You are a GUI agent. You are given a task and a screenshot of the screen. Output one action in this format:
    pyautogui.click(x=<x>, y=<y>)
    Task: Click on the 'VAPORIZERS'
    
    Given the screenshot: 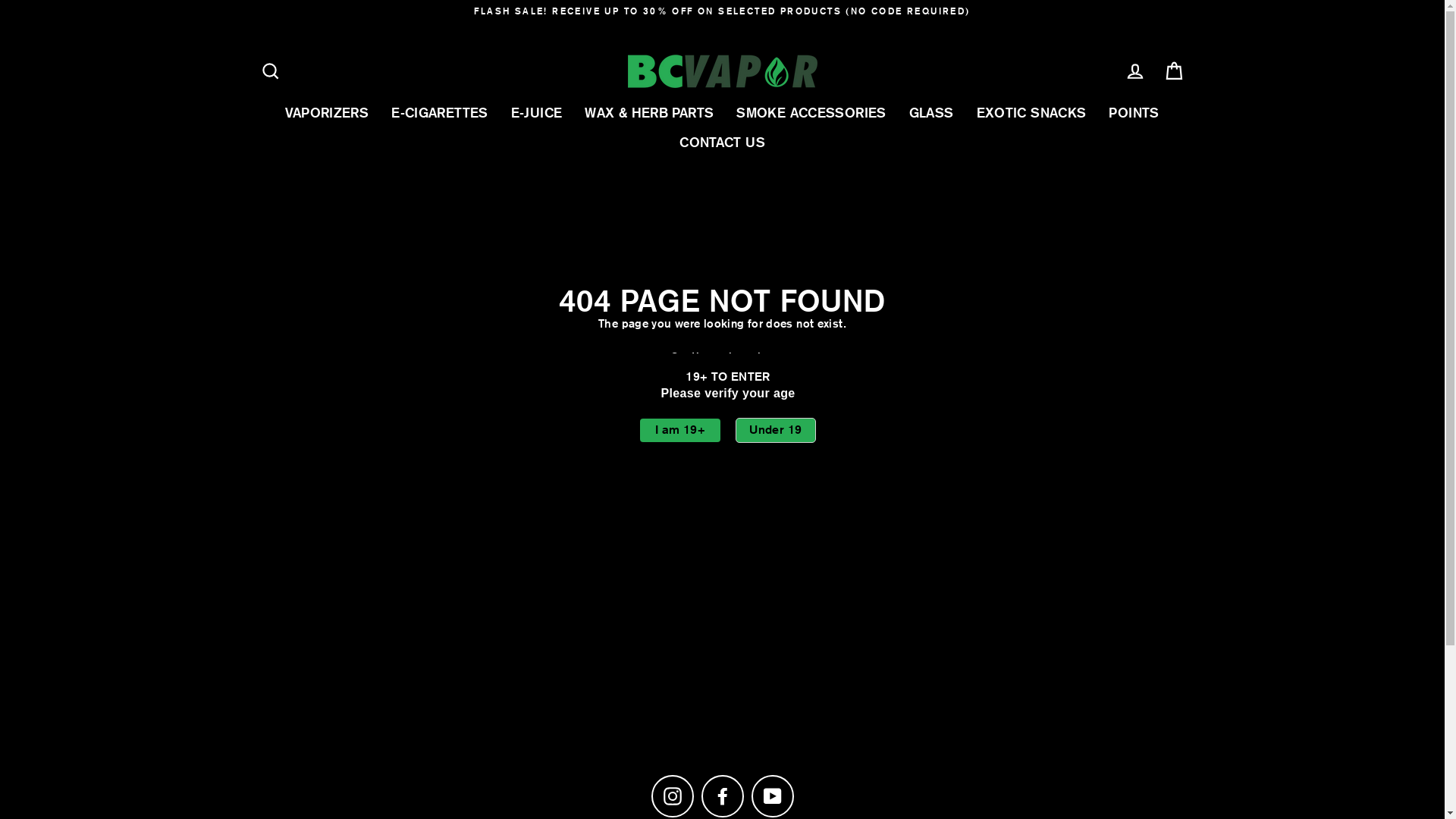 What is the action you would take?
    pyautogui.click(x=326, y=111)
    